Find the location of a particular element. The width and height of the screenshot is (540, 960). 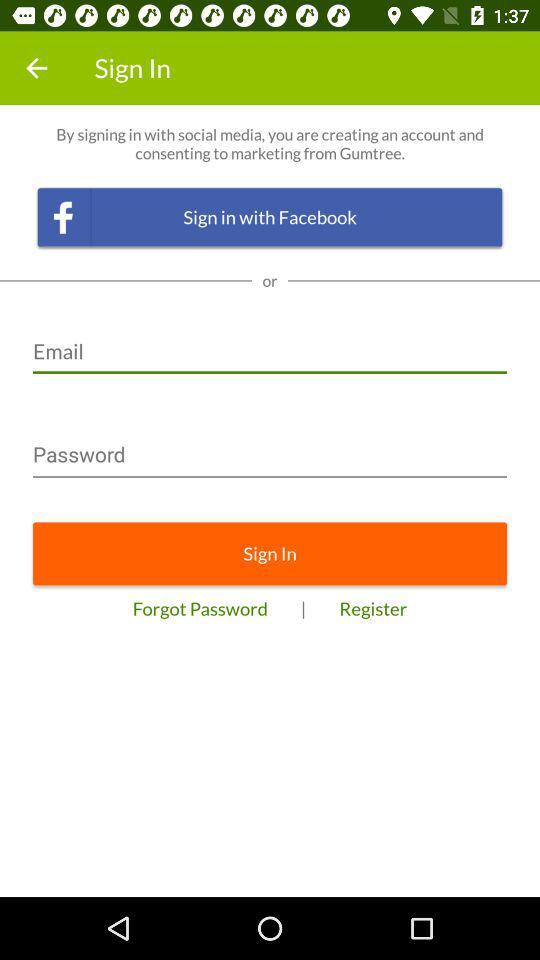

item next to | item is located at coordinates (200, 607).